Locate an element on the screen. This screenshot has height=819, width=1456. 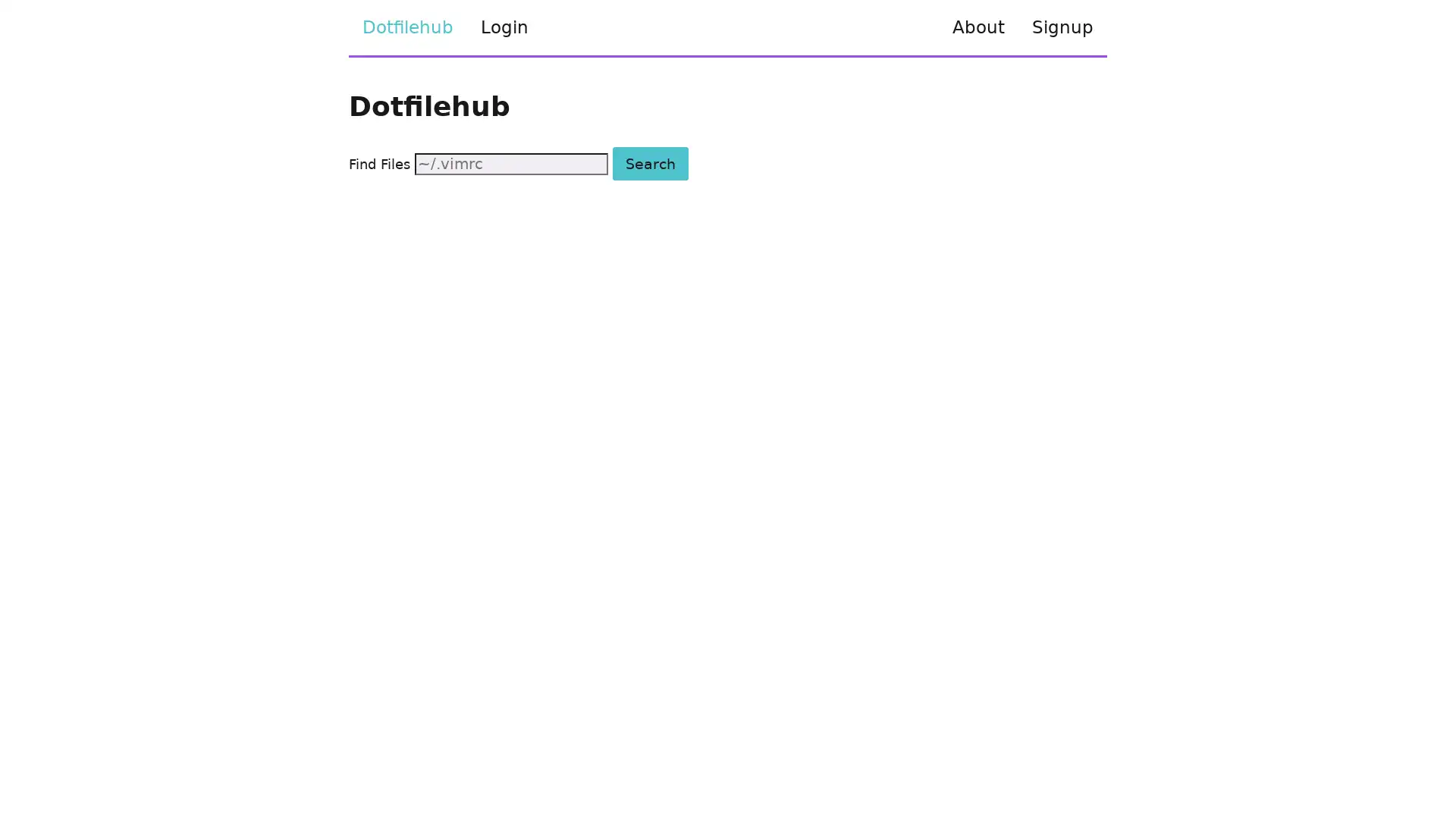
Search is located at coordinates (651, 164).